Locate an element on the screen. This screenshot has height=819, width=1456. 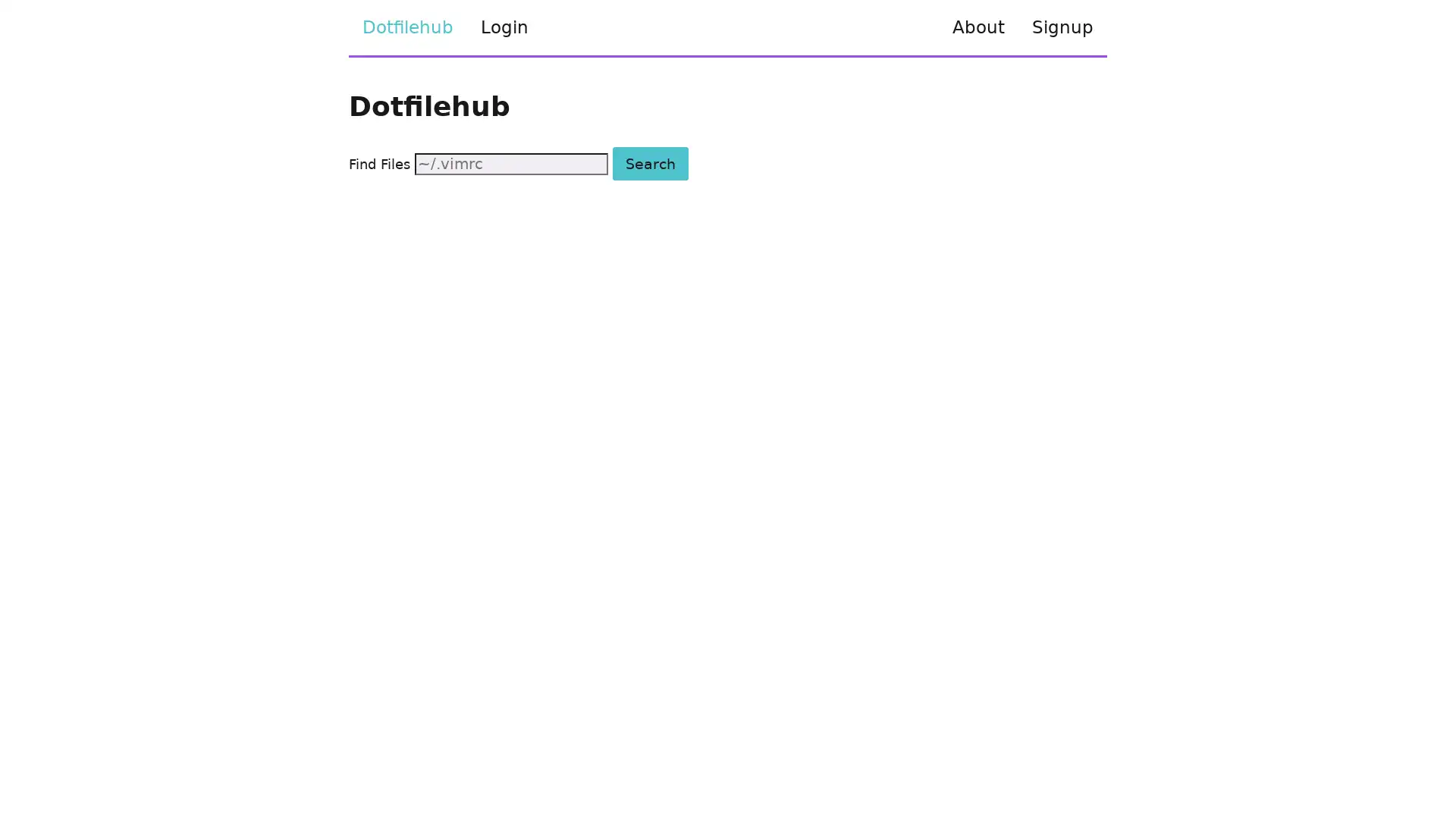
Search is located at coordinates (651, 164).